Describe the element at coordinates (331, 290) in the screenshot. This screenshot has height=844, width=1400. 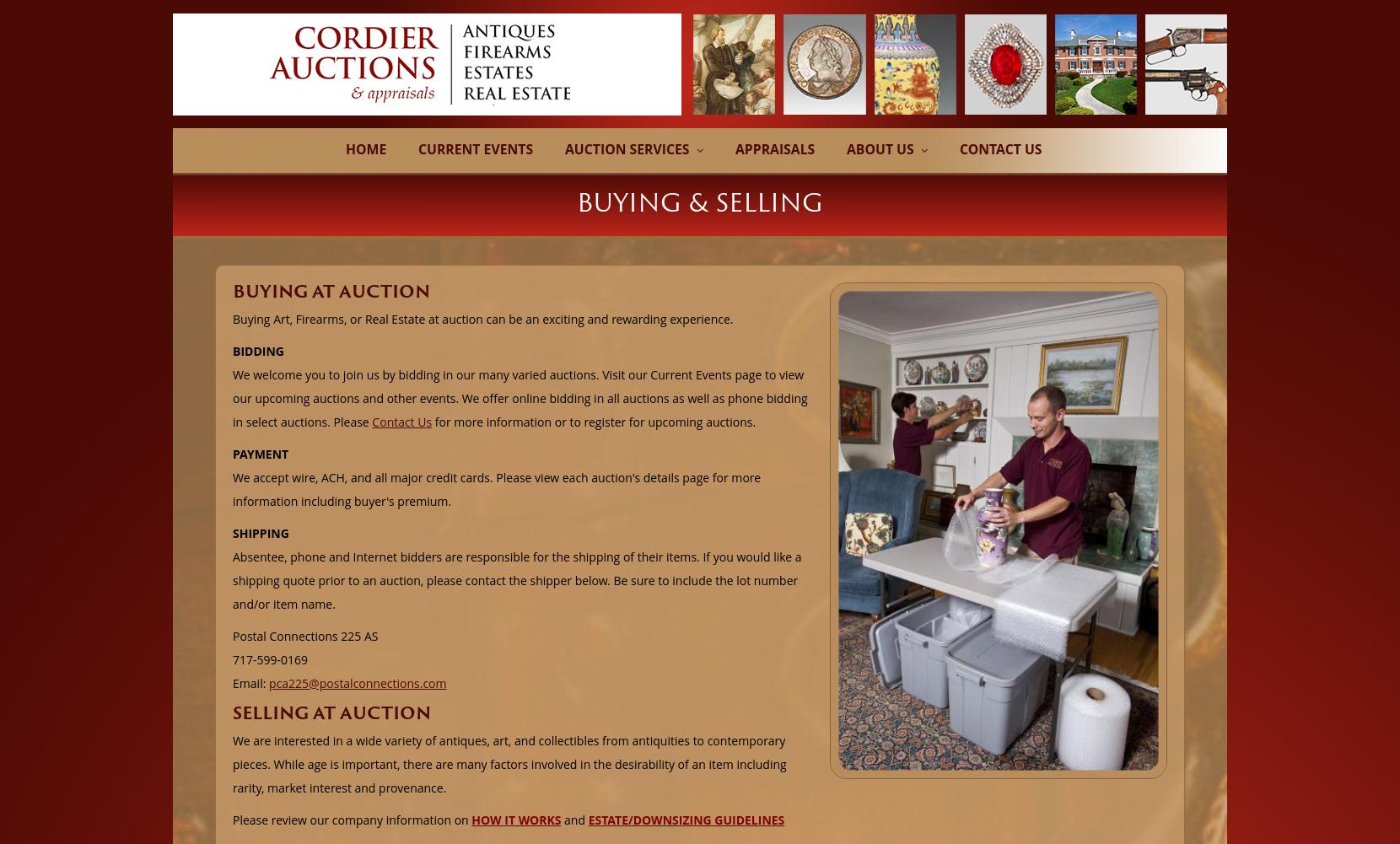
I see `'BUYING AT AUCTION'` at that location.